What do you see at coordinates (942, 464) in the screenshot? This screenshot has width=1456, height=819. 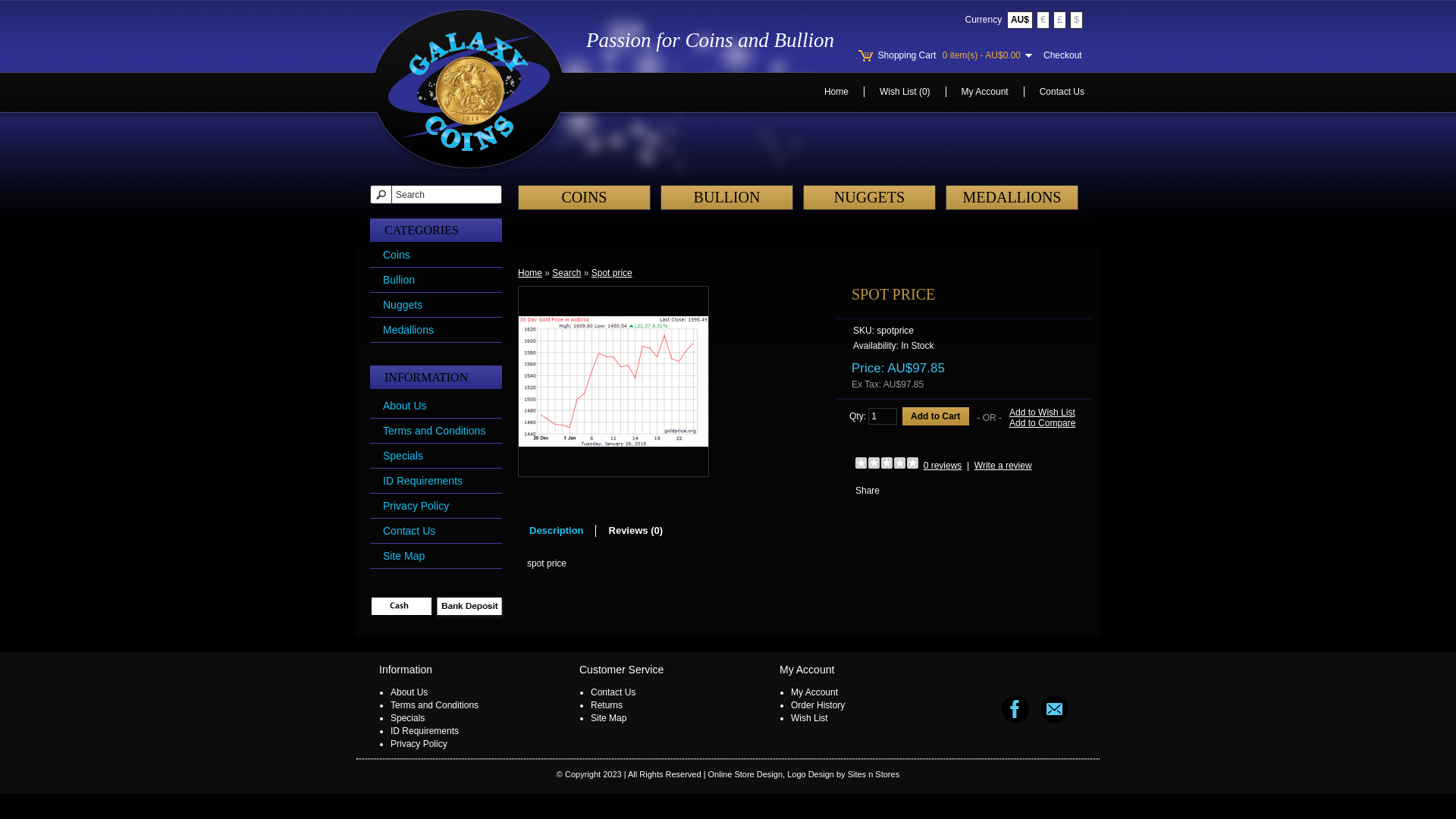 I see `'0 reviews'` at bounding box center [942, 464].